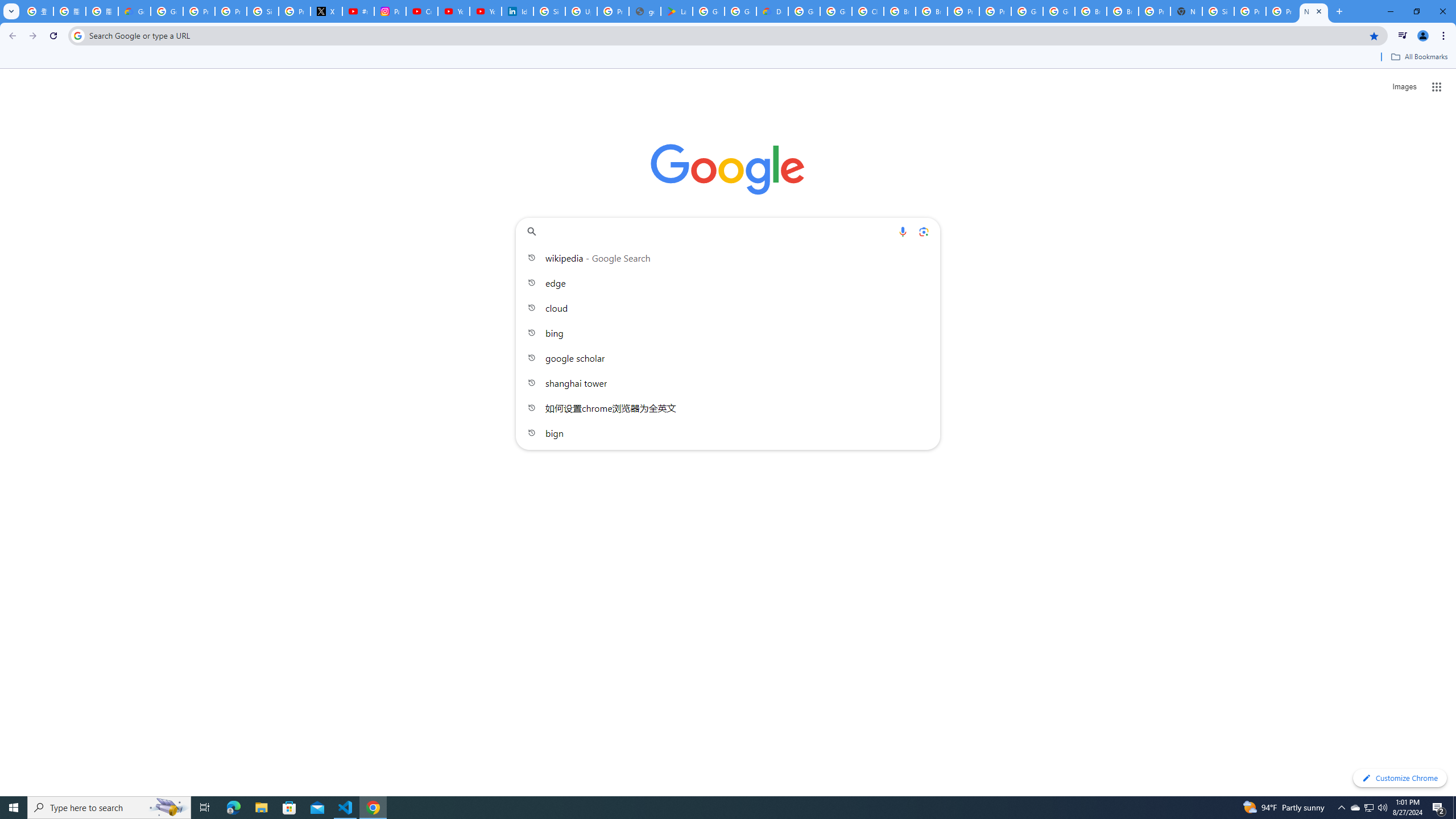  Describe the element at coordinates (1314, 11) in the screenshot. I see `'New Tab'` at that location.